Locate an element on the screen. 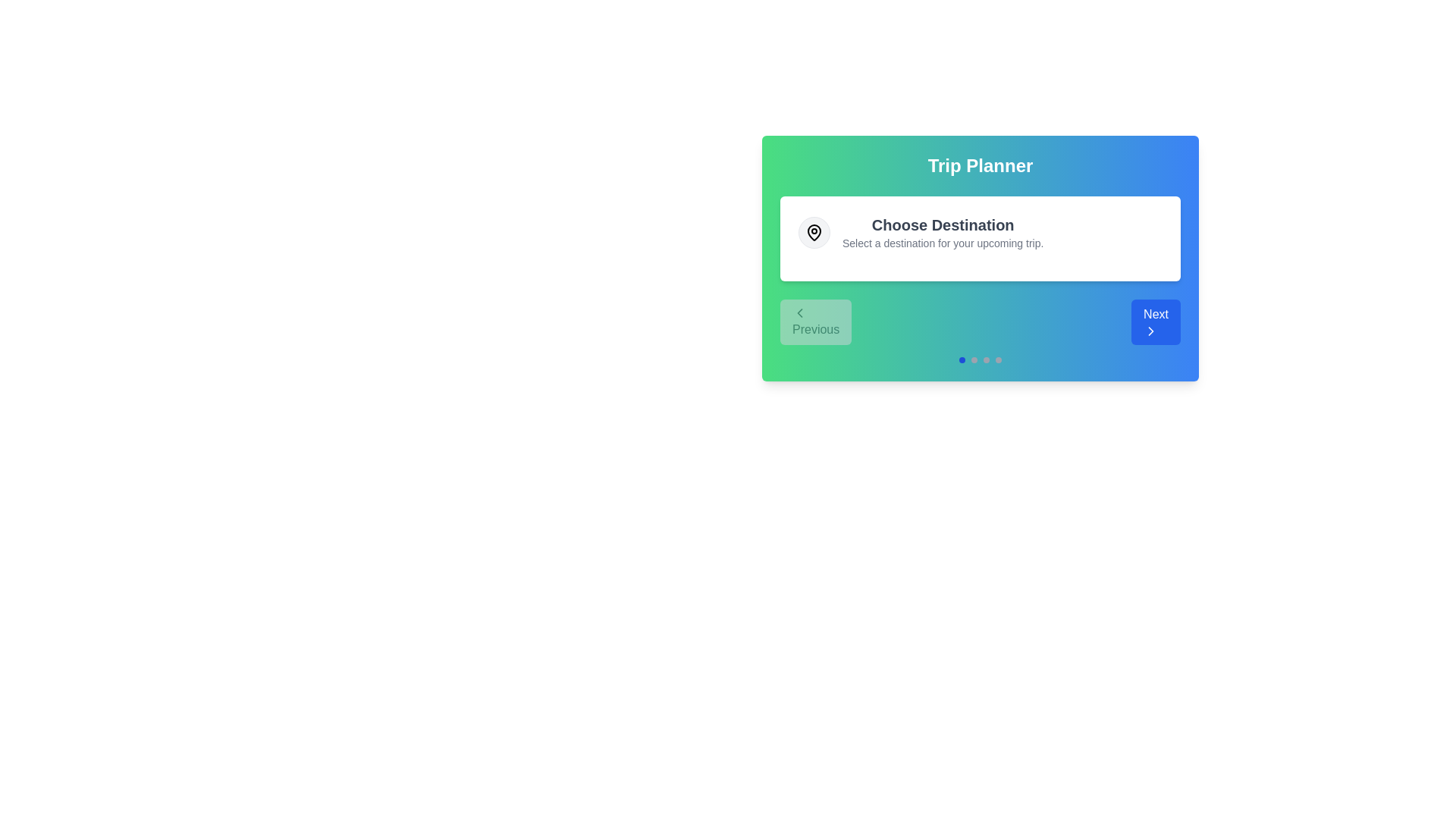  the circular icon with a light gray background and a black outlined pin symbol, located at the top-left corner of the card layout containing 'Choose Destination' is located at coordinates (814, 233).